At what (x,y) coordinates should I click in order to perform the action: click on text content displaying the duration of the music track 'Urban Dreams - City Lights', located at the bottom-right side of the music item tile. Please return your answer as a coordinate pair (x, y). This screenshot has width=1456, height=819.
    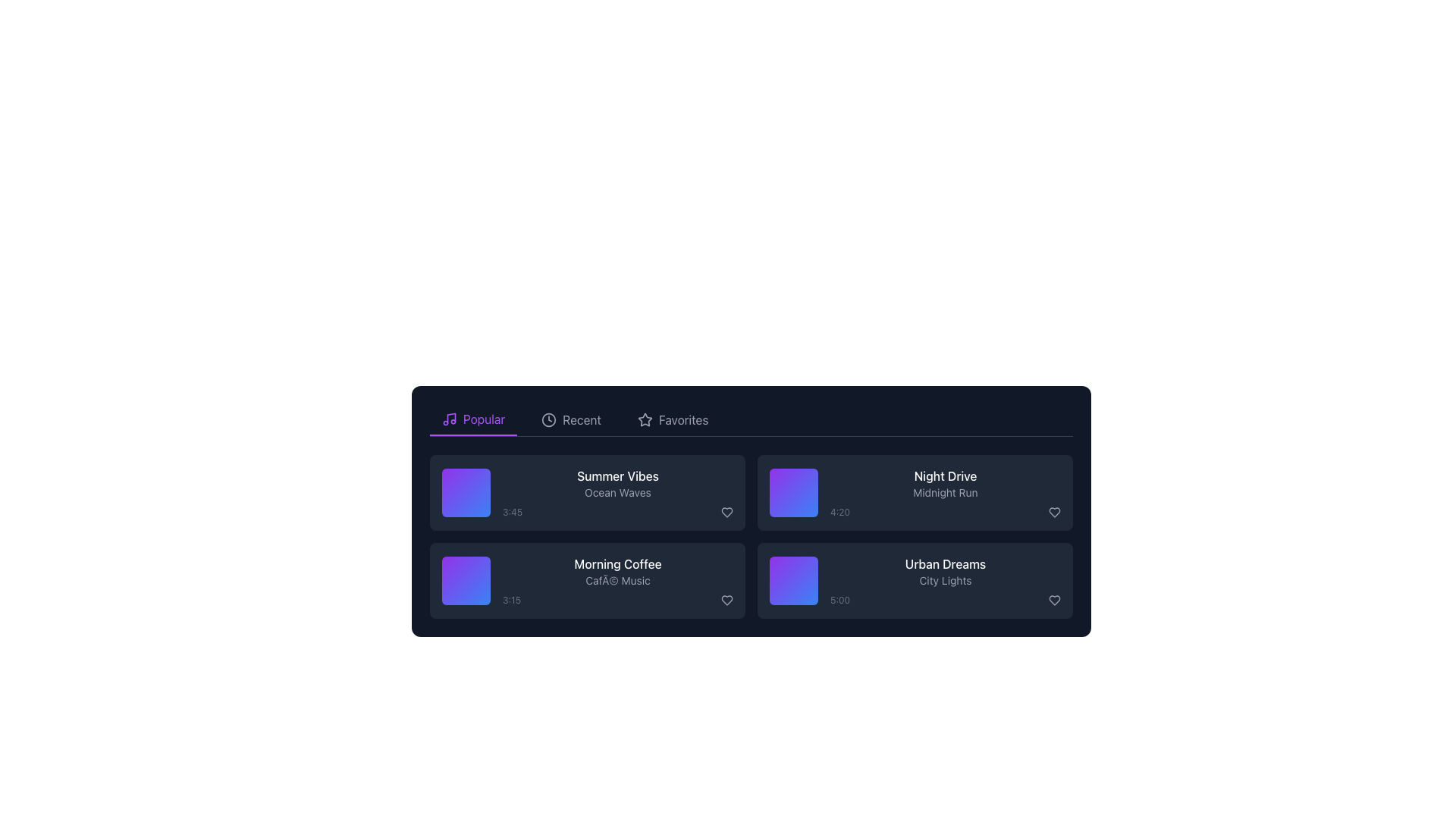
    Looking at the image, I should click on (945, 599).